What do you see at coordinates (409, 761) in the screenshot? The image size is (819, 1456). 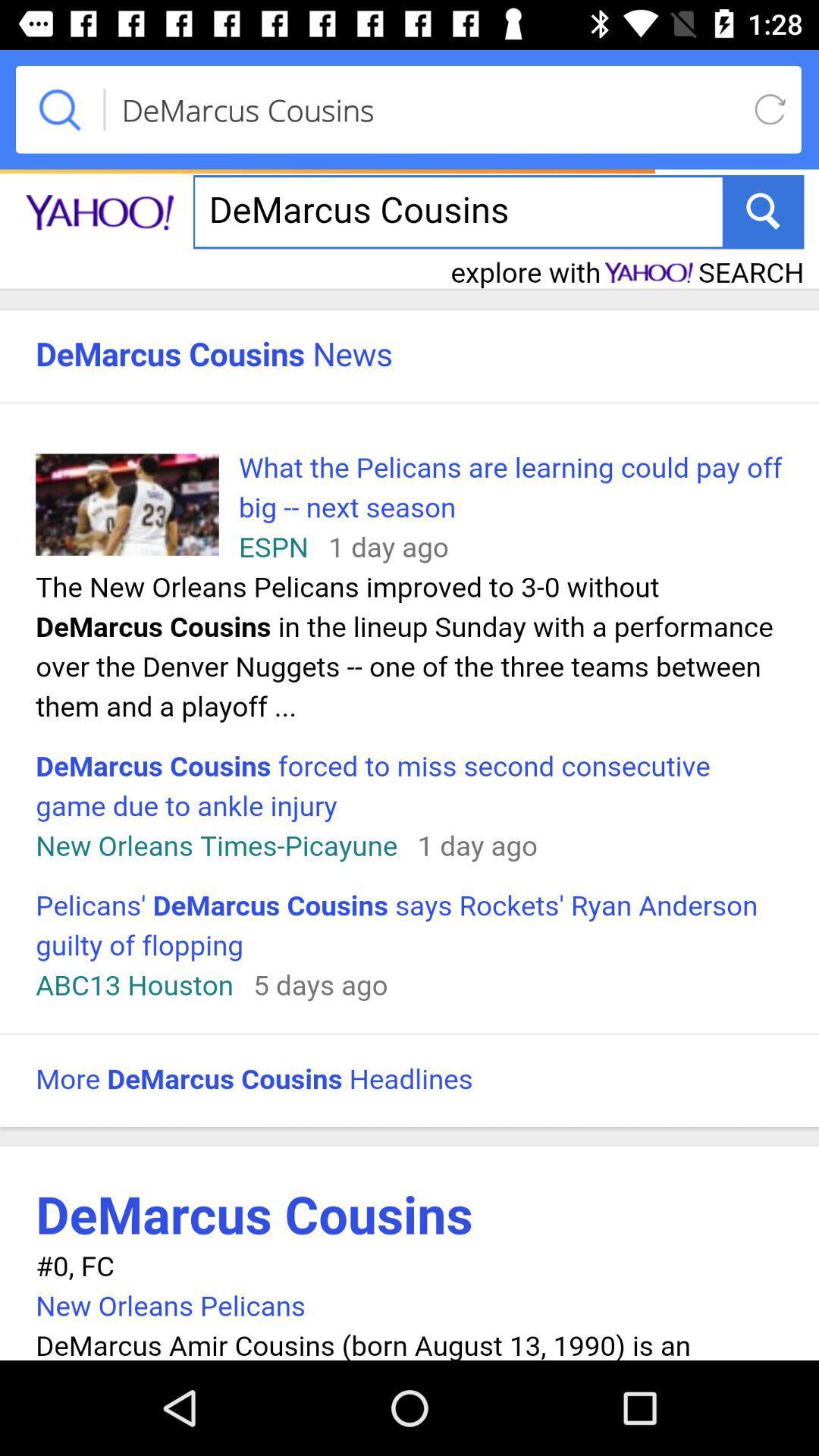 I see `search results` at bounding box center [409, 761].